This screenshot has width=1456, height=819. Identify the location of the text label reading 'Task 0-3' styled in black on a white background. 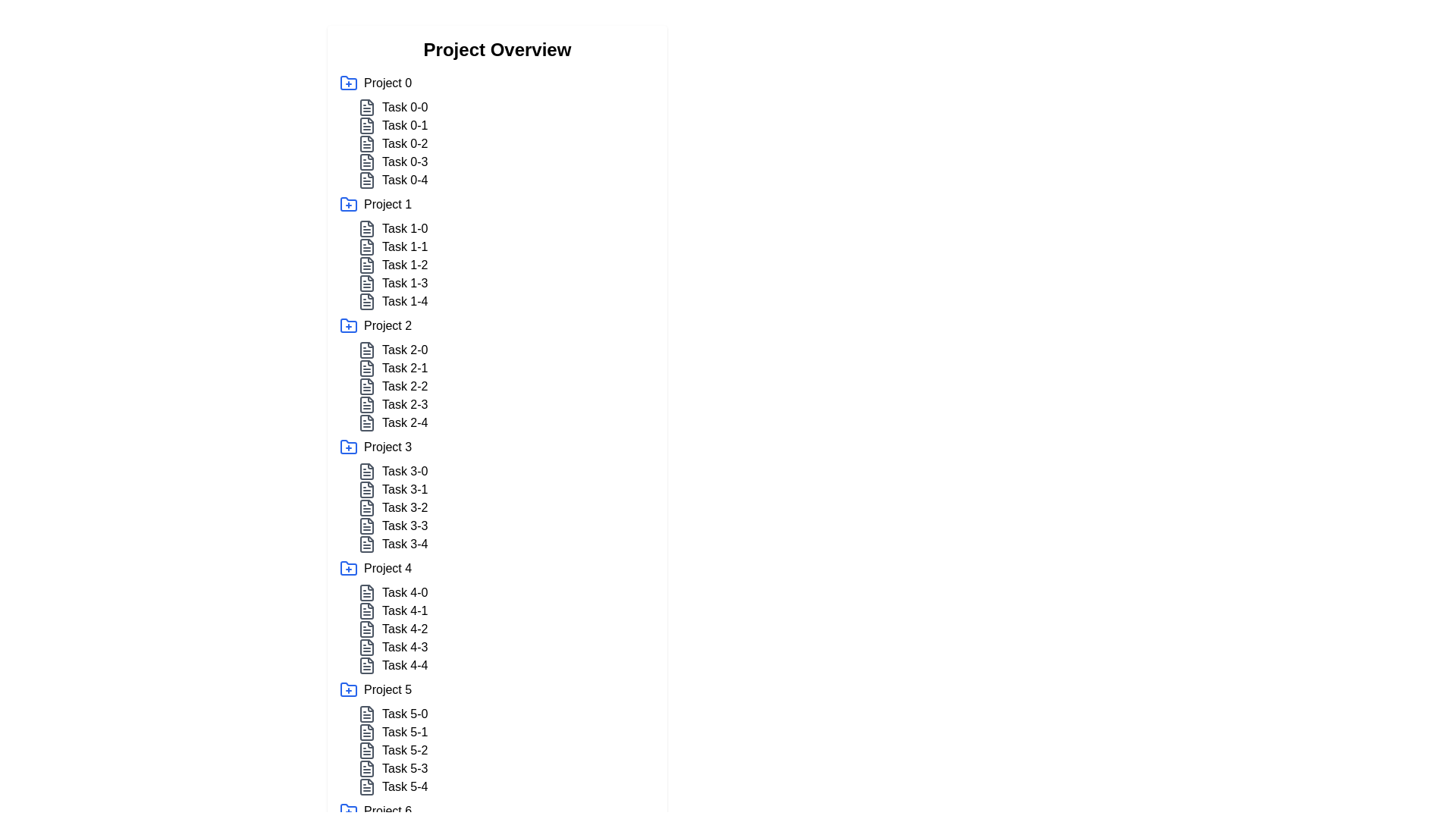
(404, 162).